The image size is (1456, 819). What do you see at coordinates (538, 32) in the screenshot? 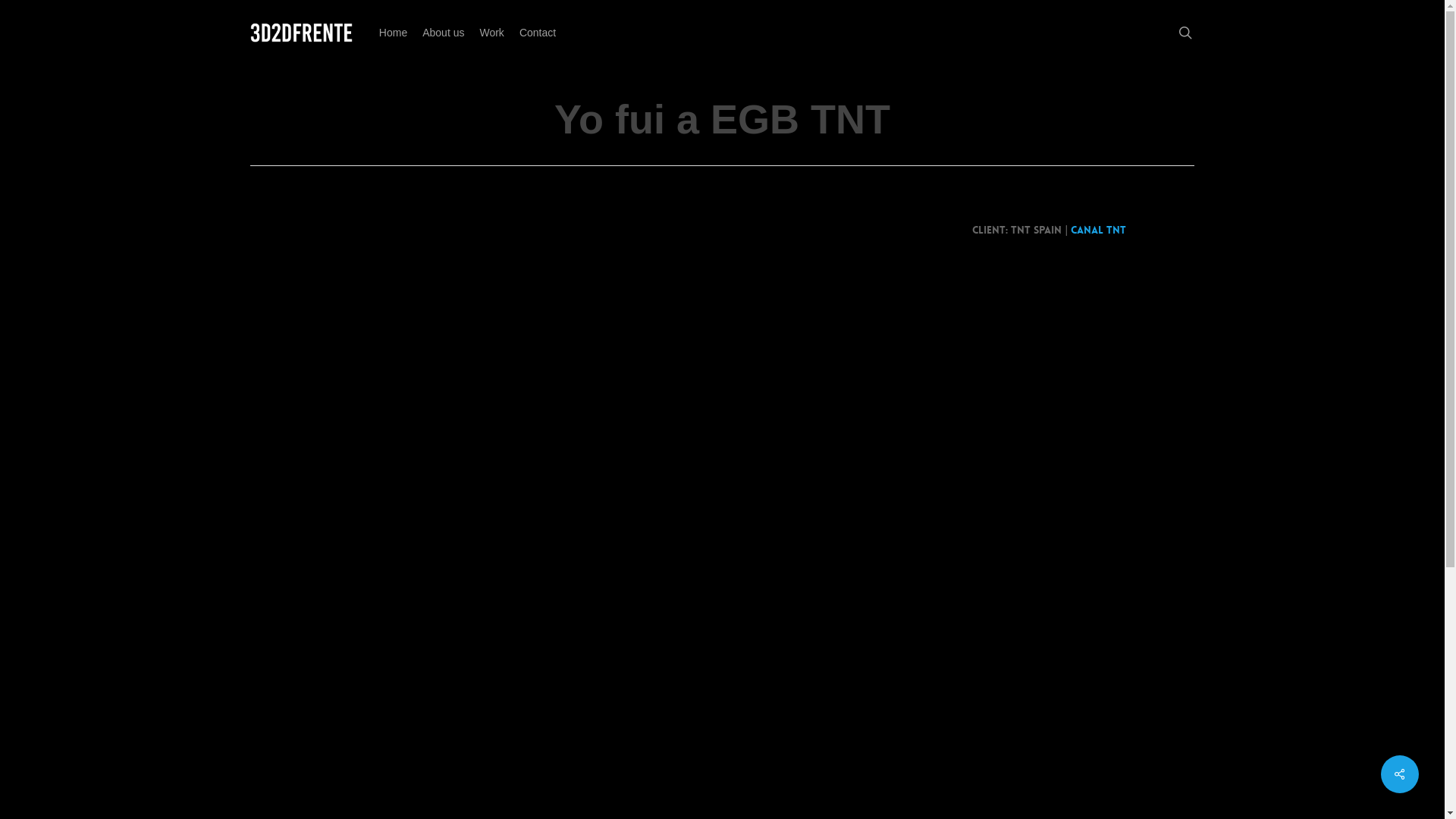
I see `'Contact'` at bounding box center [538, 32].